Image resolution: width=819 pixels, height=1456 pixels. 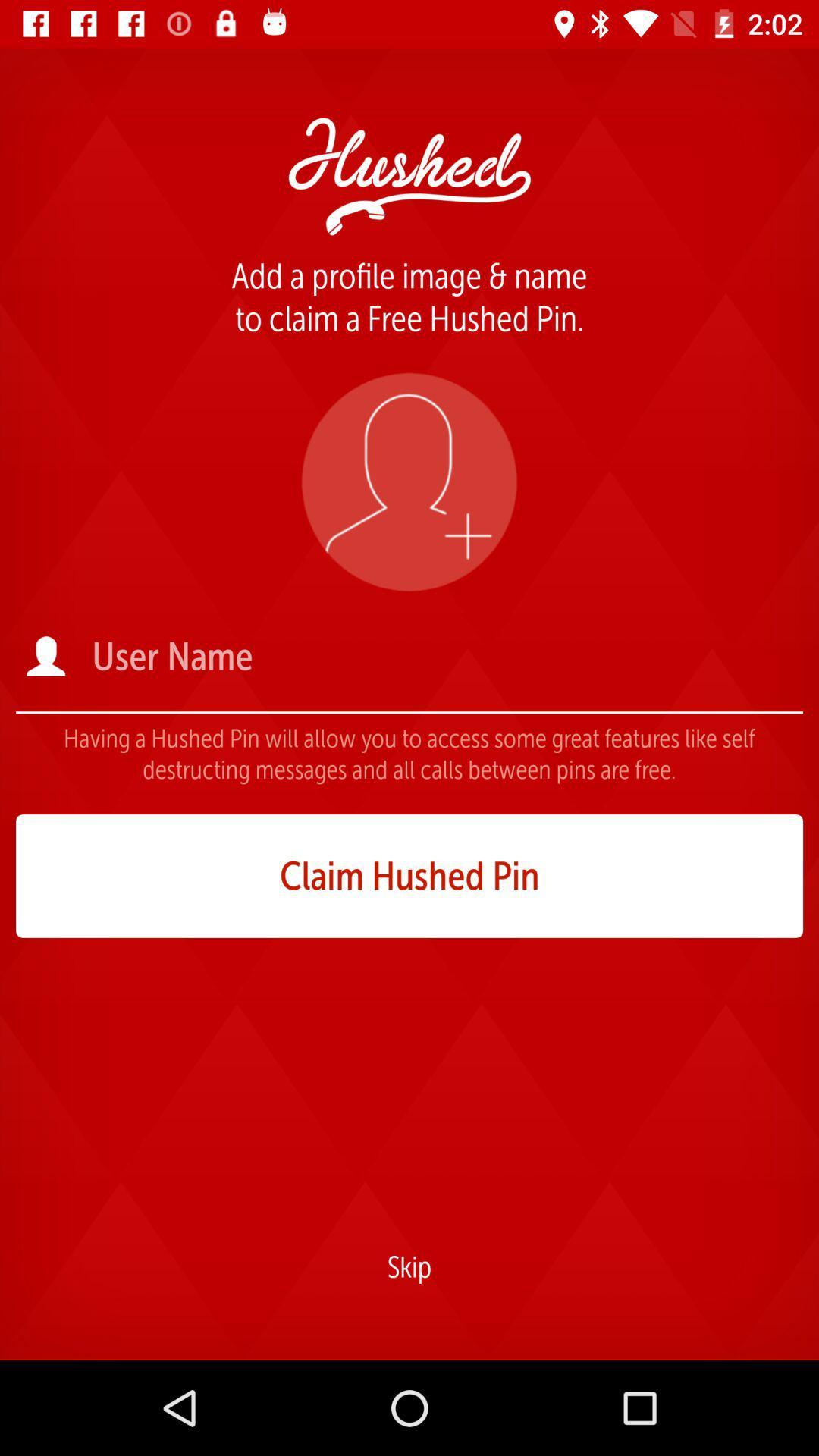 I want to click on profile image, so click(x=408, y=481).